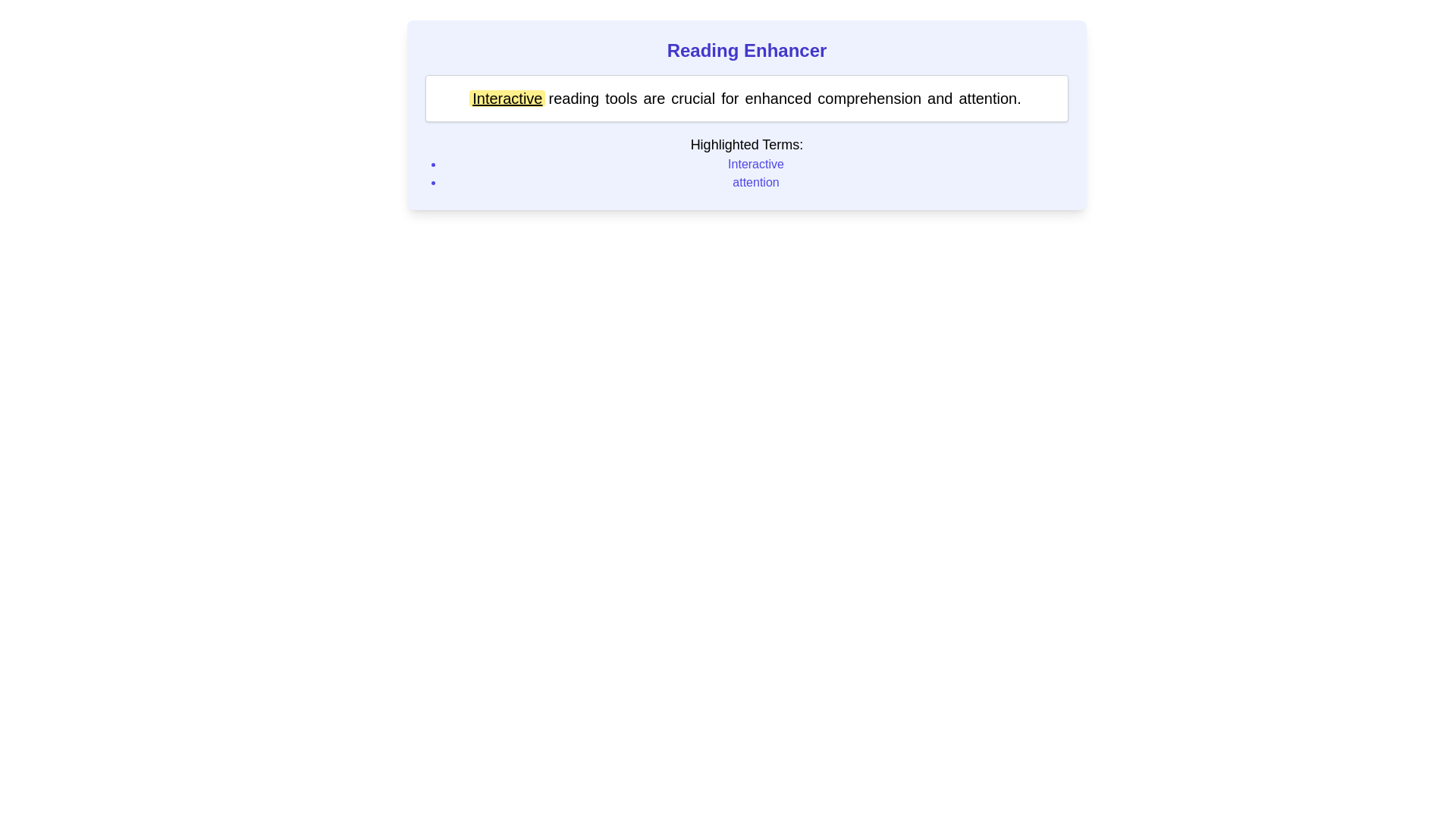 The image size is (1456, 819). Describe the element at coordinates (654, 99) in the screenshot. I see `text fragment that contains the word 'are', which is the fourth word in the sentence starting with 'Interactive' and ending with 'attention.', located centrally near the top section of the interface` at that location.